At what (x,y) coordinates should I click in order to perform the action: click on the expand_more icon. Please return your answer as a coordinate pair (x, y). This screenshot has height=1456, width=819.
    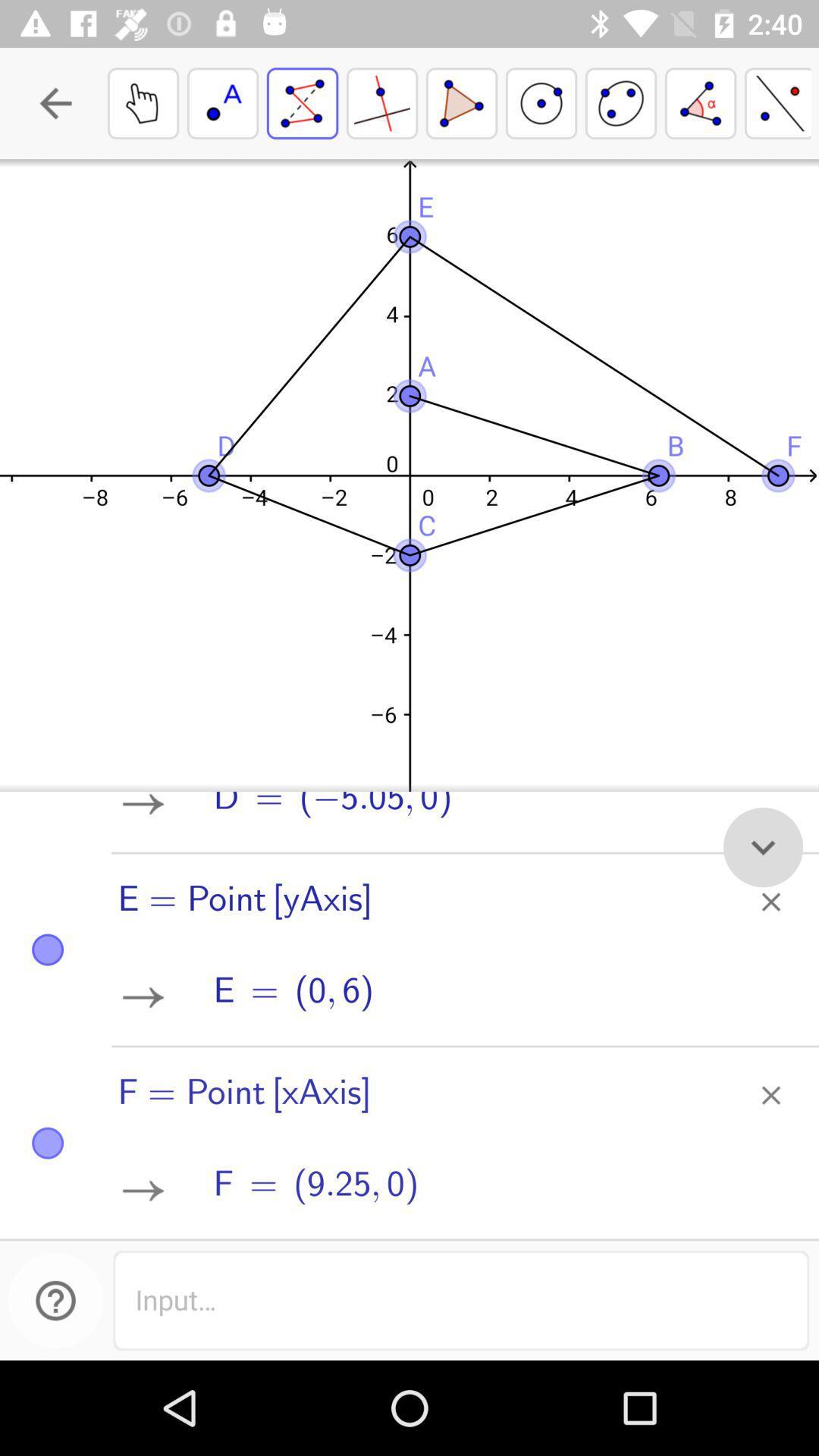
    Looking at the image, I should click on (763, 846).